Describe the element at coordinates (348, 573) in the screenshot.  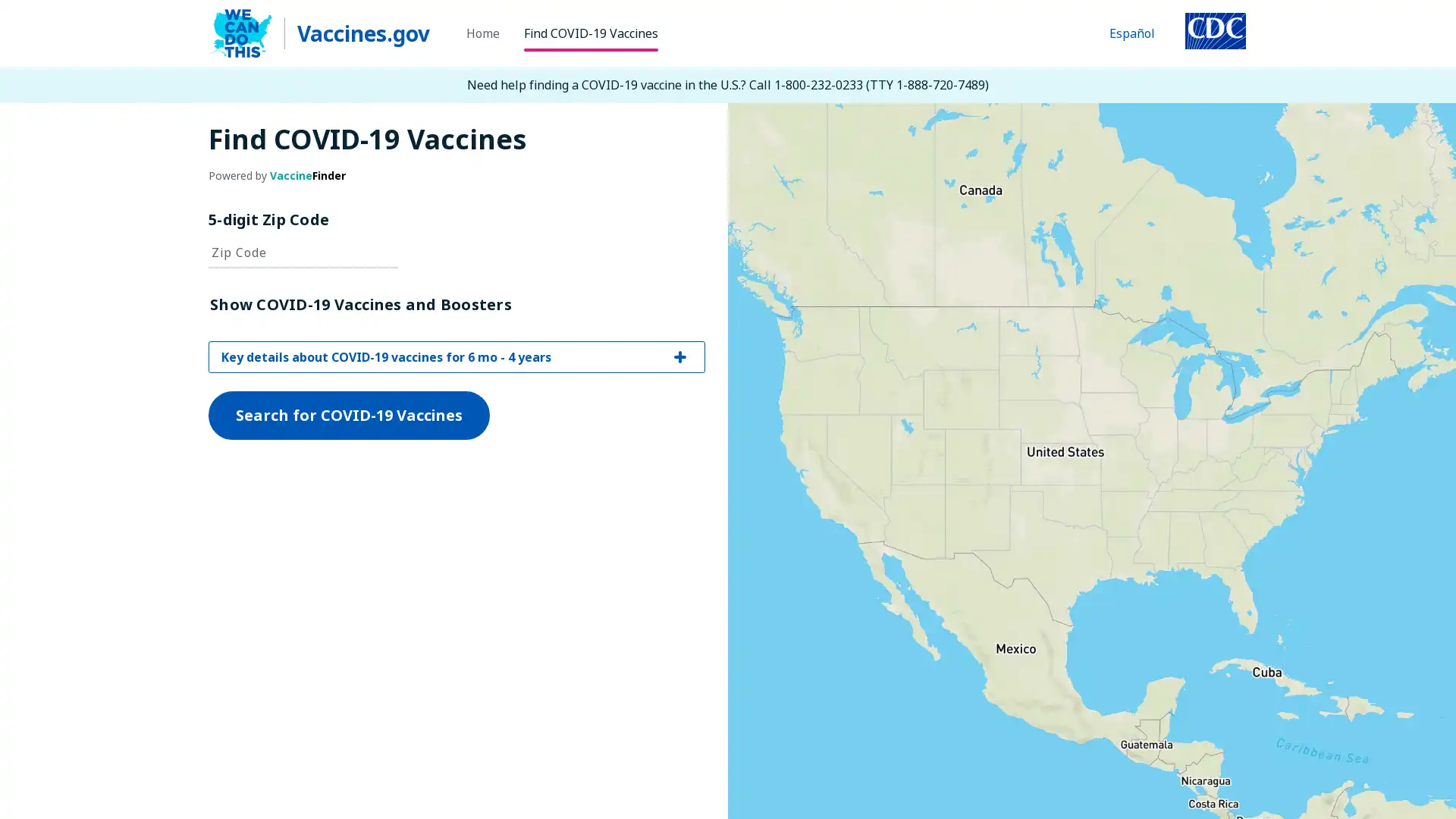
I see `Search for COVID19 Vaccines` at that location.